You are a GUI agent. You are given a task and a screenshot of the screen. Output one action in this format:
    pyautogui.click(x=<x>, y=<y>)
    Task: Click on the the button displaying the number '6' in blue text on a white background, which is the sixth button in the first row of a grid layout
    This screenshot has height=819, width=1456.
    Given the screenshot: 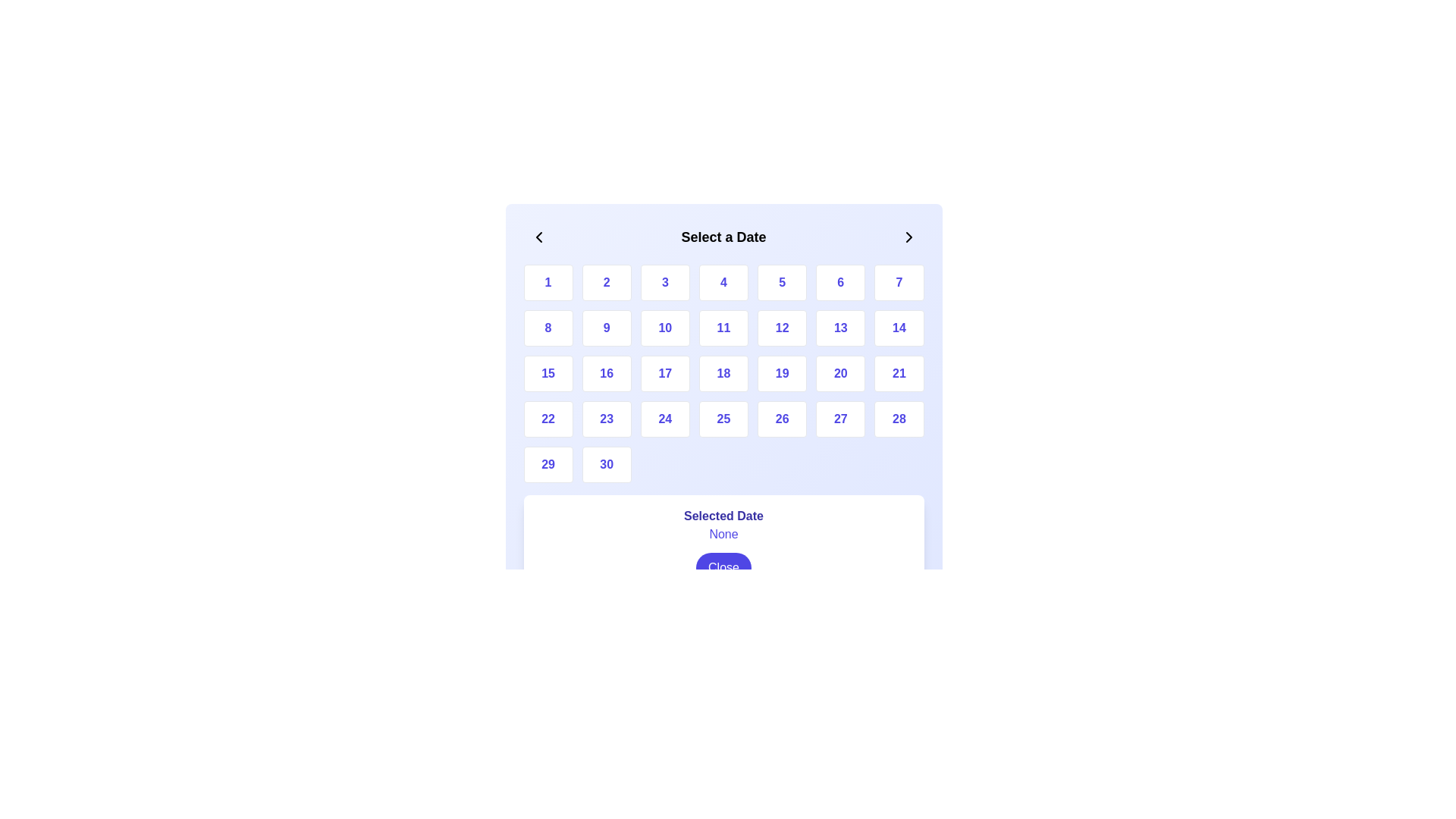 What is the action you would take?
    pyautogui.click(x=839, y=283)
    